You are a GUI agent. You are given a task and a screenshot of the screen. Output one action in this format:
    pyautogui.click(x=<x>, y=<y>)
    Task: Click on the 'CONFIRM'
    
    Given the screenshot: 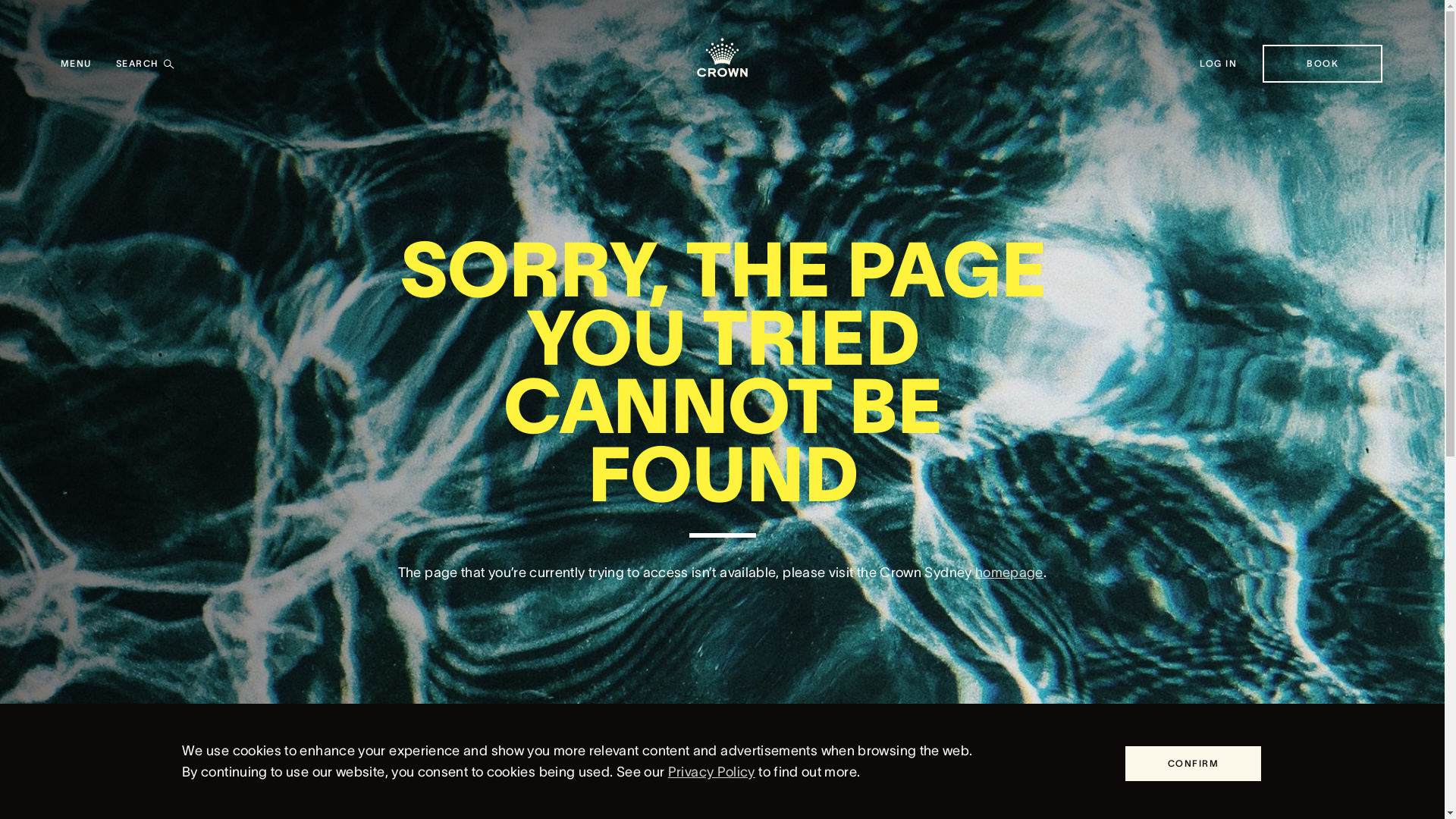 What is the action you would take?
    pyautogui.click(x=1125, y=763)
    